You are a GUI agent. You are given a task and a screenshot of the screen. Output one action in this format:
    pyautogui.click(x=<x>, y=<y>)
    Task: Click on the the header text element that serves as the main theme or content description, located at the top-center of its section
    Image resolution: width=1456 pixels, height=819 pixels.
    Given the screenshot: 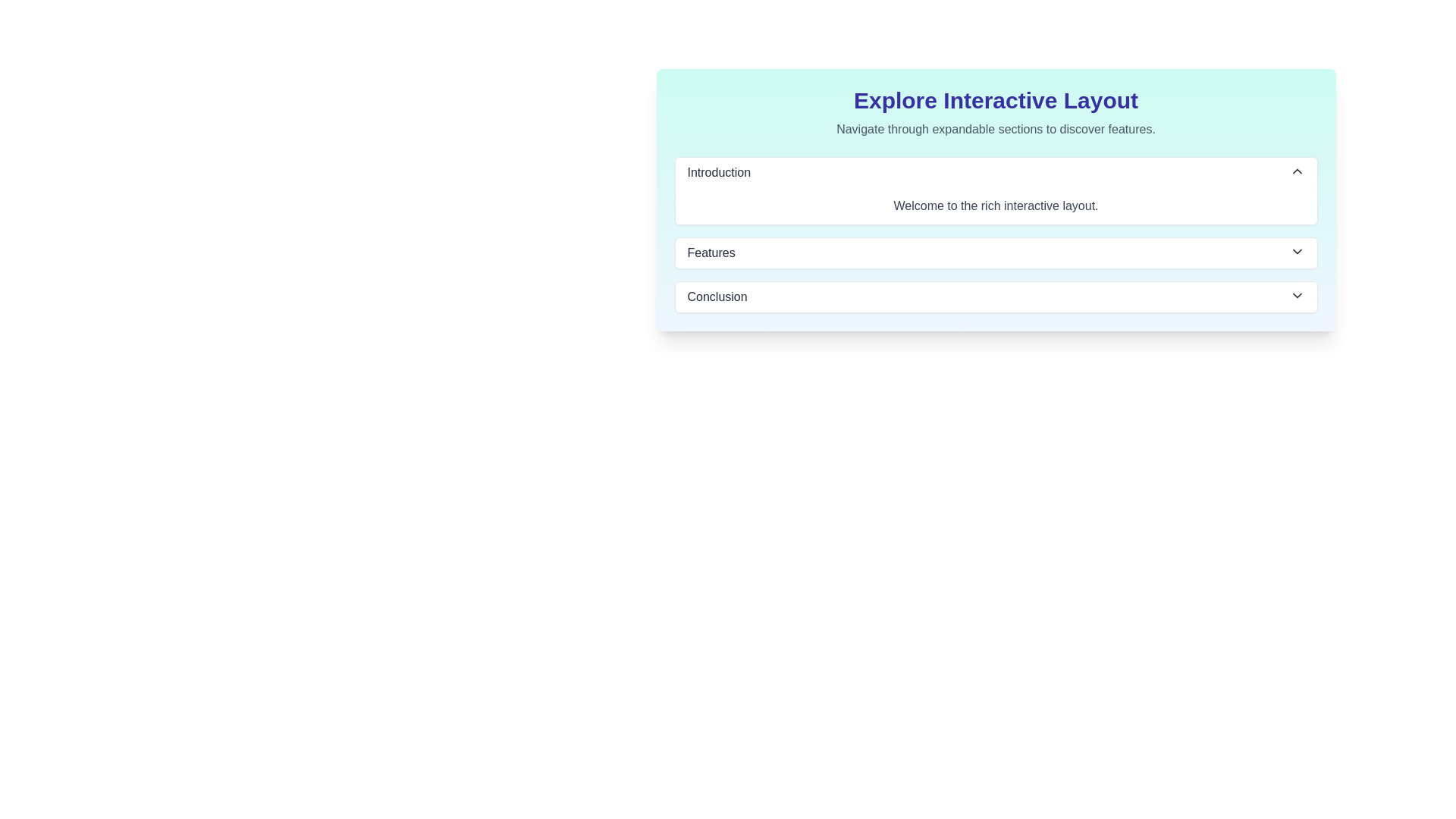 What is the action you would take?
    pyautogui.click(x=996, y=100)
    